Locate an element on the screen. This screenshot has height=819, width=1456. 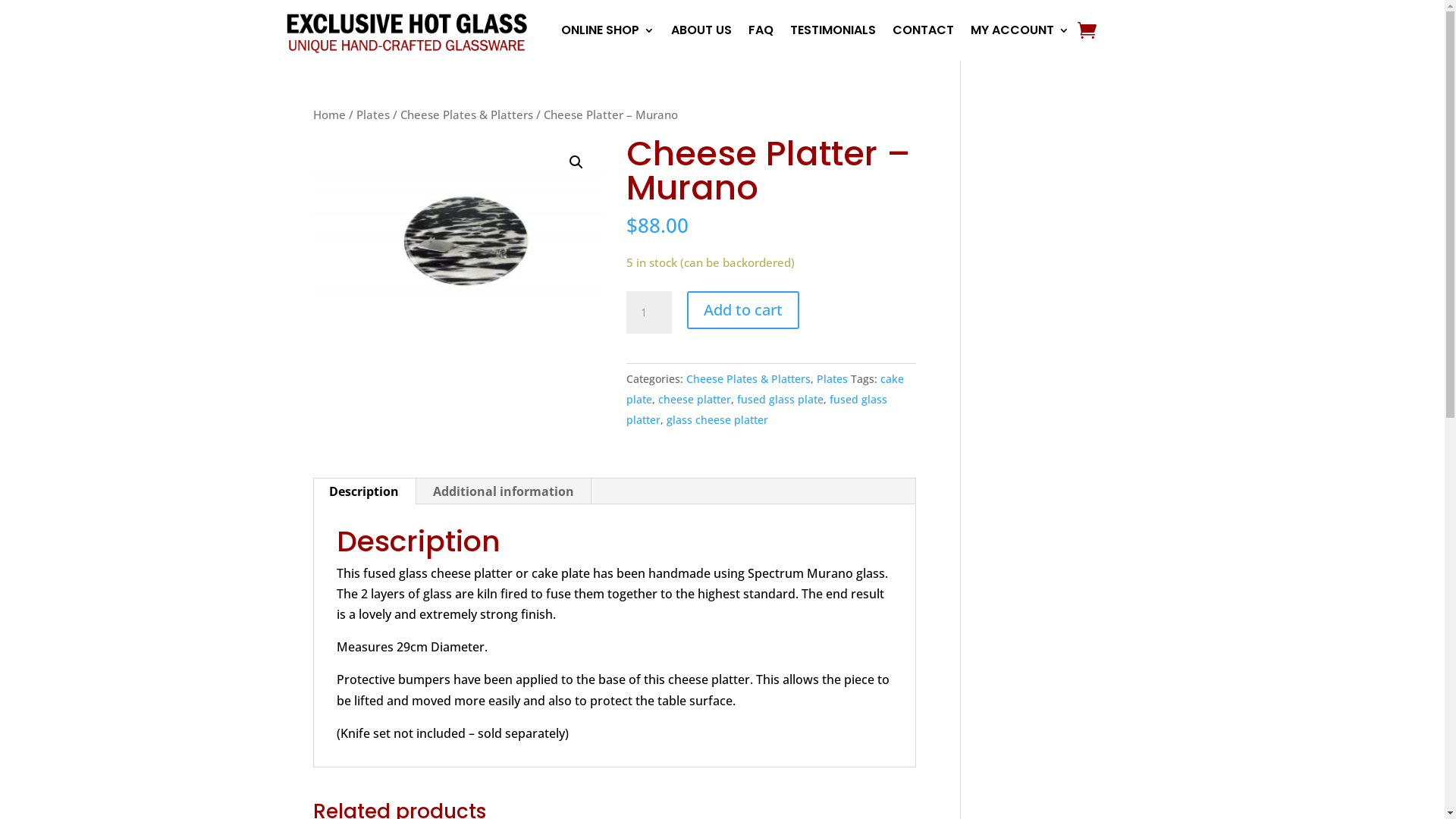
'fused glass plate' is located at coordinates (780, 398).